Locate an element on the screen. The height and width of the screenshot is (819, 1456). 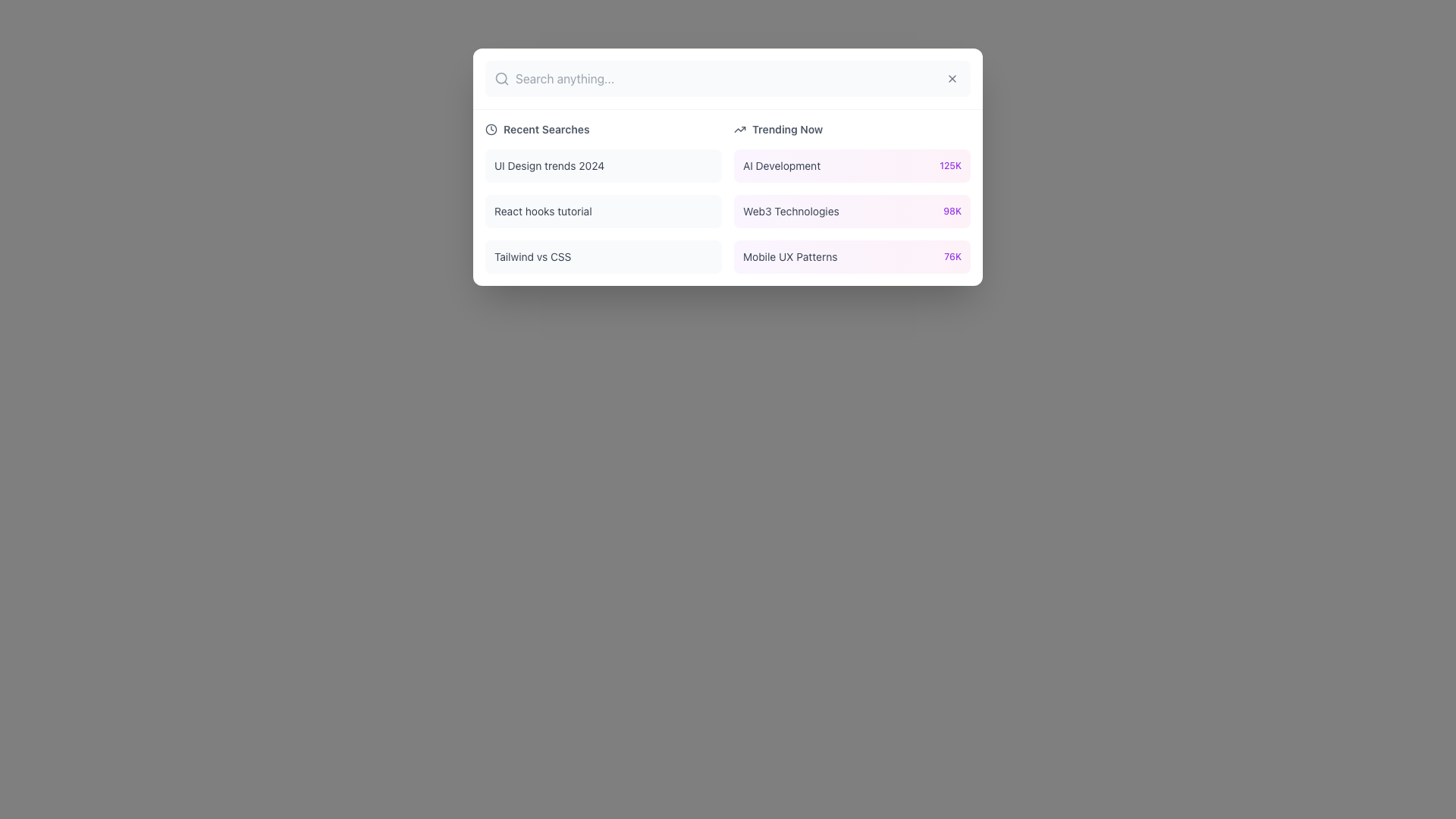
the second item in the 'Recent Searches' list is located at coordinates (603, 197).